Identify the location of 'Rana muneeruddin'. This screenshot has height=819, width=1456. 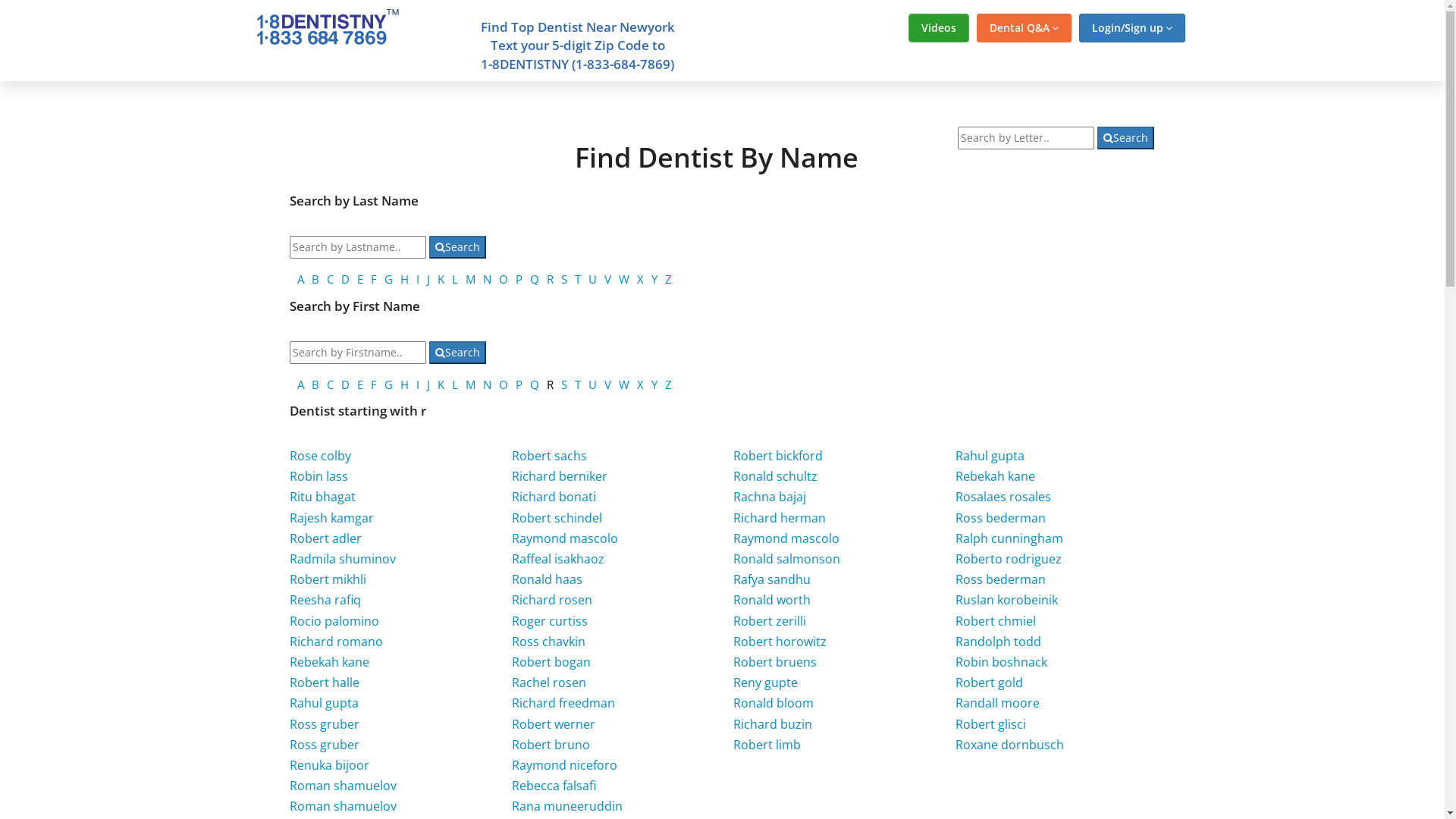
(566, 805).